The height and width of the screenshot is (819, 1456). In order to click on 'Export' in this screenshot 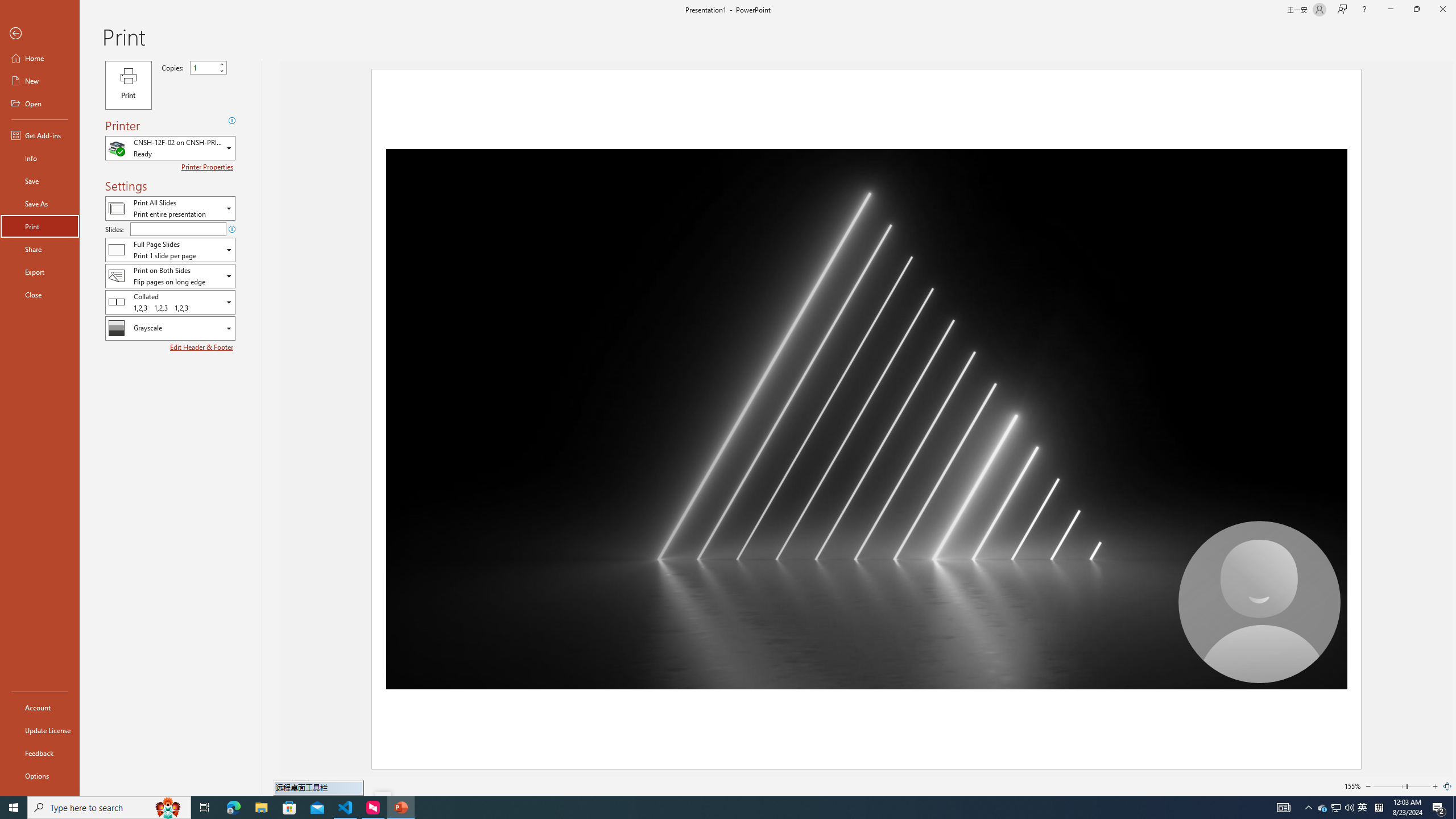, I will do `click(39, 272)`.